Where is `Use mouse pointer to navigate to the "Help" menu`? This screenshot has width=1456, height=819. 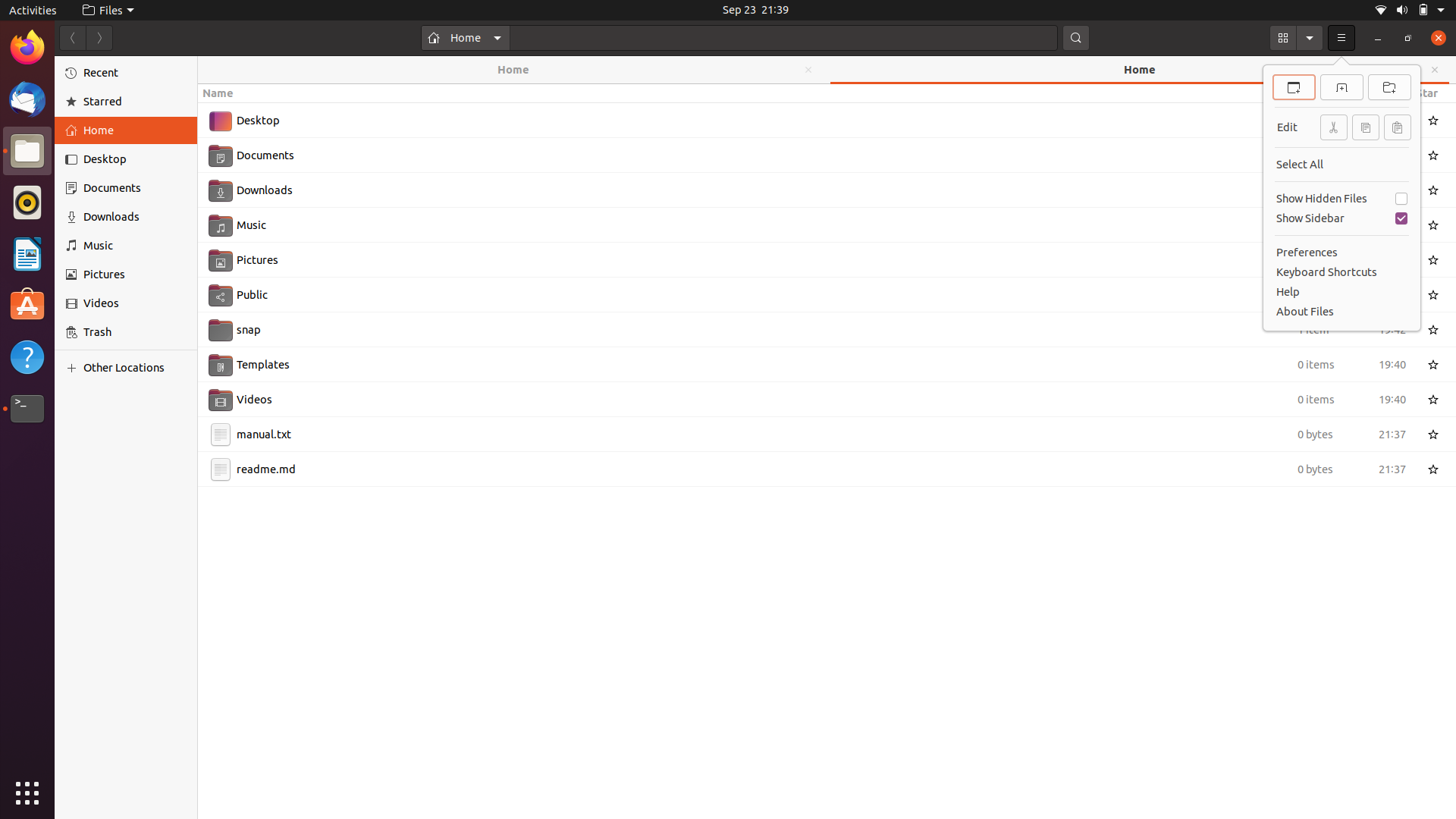 Use mouse pointer to navigate to the "Help" menu is located at coordinates (1340, 291).